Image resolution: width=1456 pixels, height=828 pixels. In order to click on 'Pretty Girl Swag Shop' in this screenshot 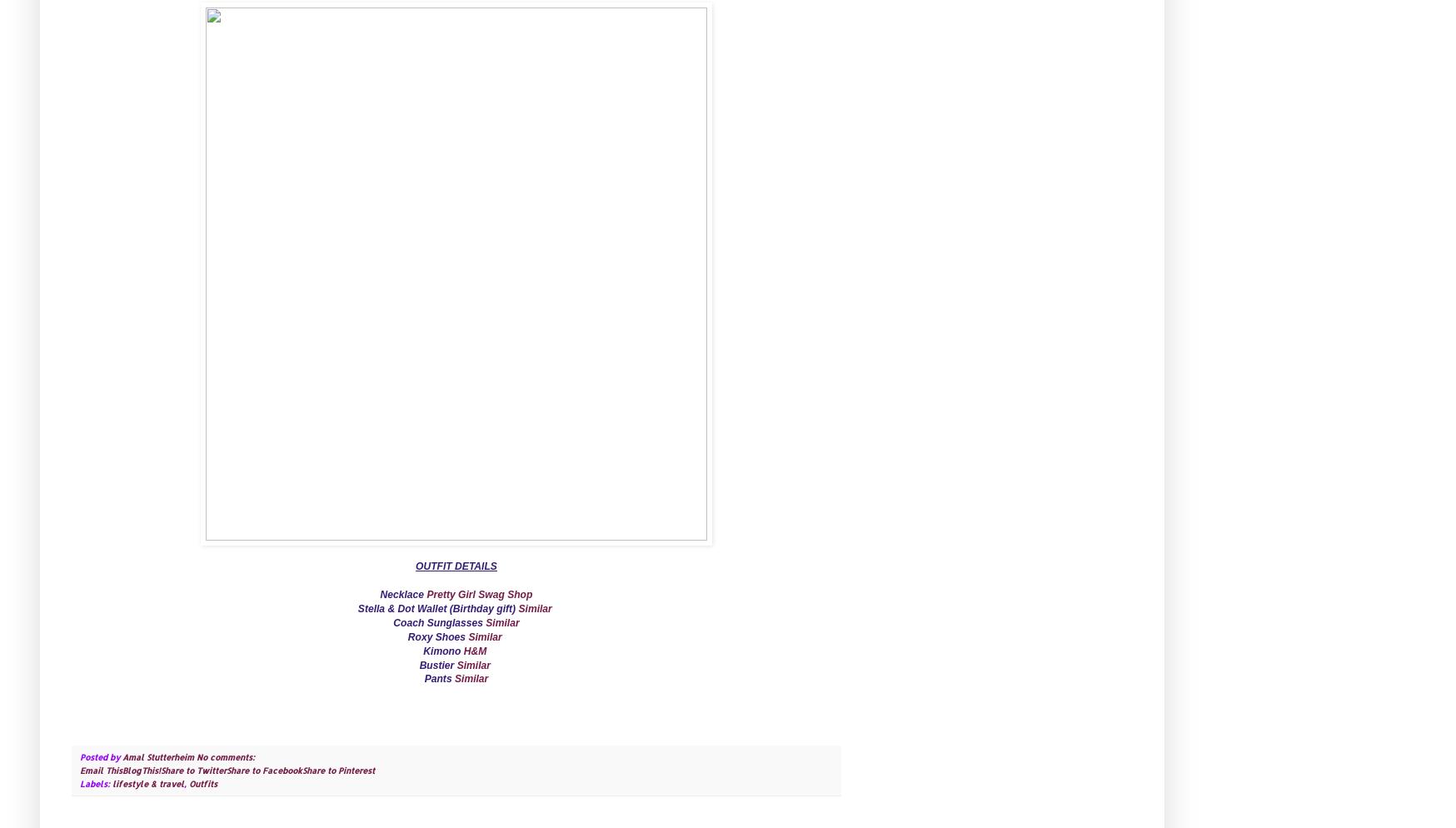, I will do `click(479, 593)`.